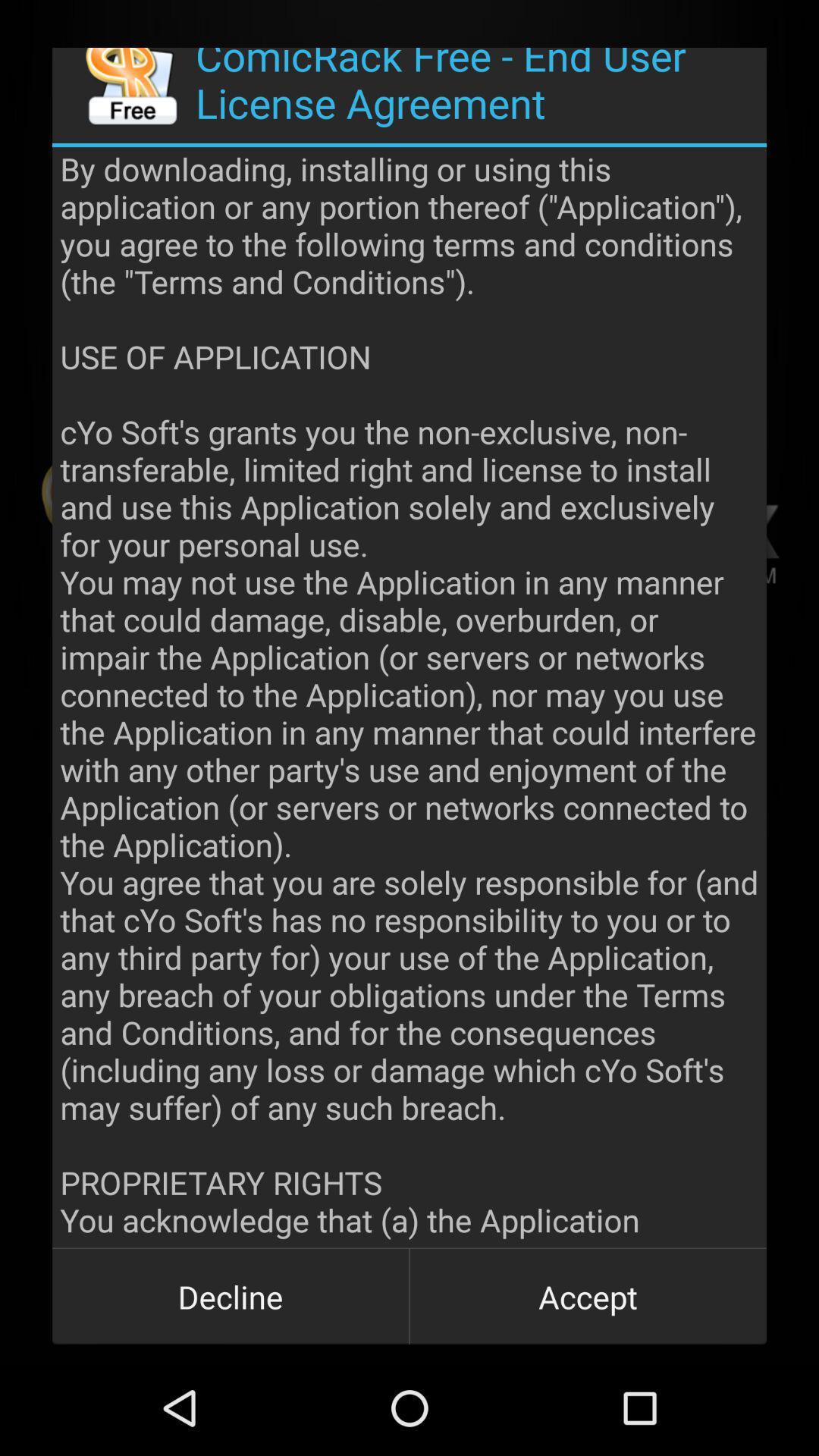  What do you see at coordinates (587, 1295) in the screenshot?
I see `accept button` at bounding box center [587, 1295].